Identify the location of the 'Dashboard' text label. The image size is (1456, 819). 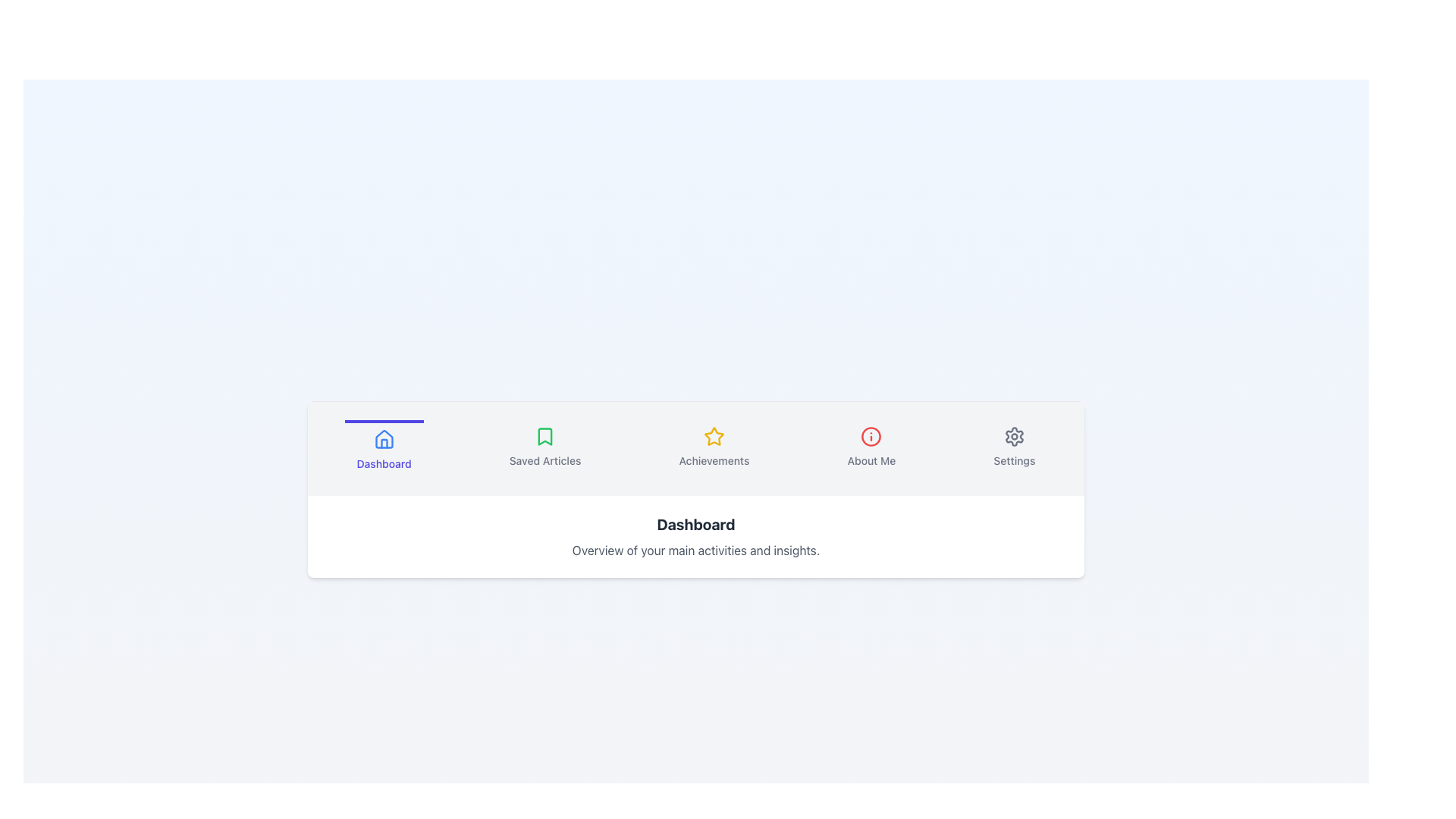
(384, 463).